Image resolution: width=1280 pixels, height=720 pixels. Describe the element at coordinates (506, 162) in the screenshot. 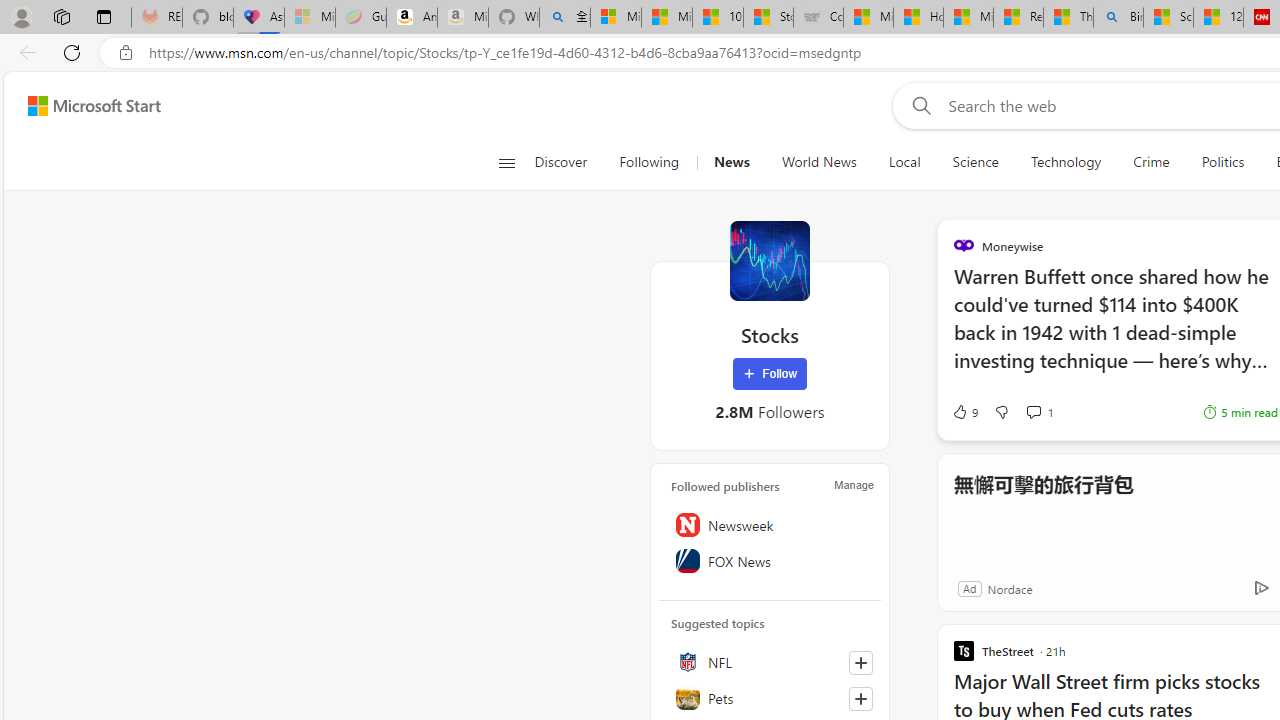

I see `'Class: button-glyph'` at that location.